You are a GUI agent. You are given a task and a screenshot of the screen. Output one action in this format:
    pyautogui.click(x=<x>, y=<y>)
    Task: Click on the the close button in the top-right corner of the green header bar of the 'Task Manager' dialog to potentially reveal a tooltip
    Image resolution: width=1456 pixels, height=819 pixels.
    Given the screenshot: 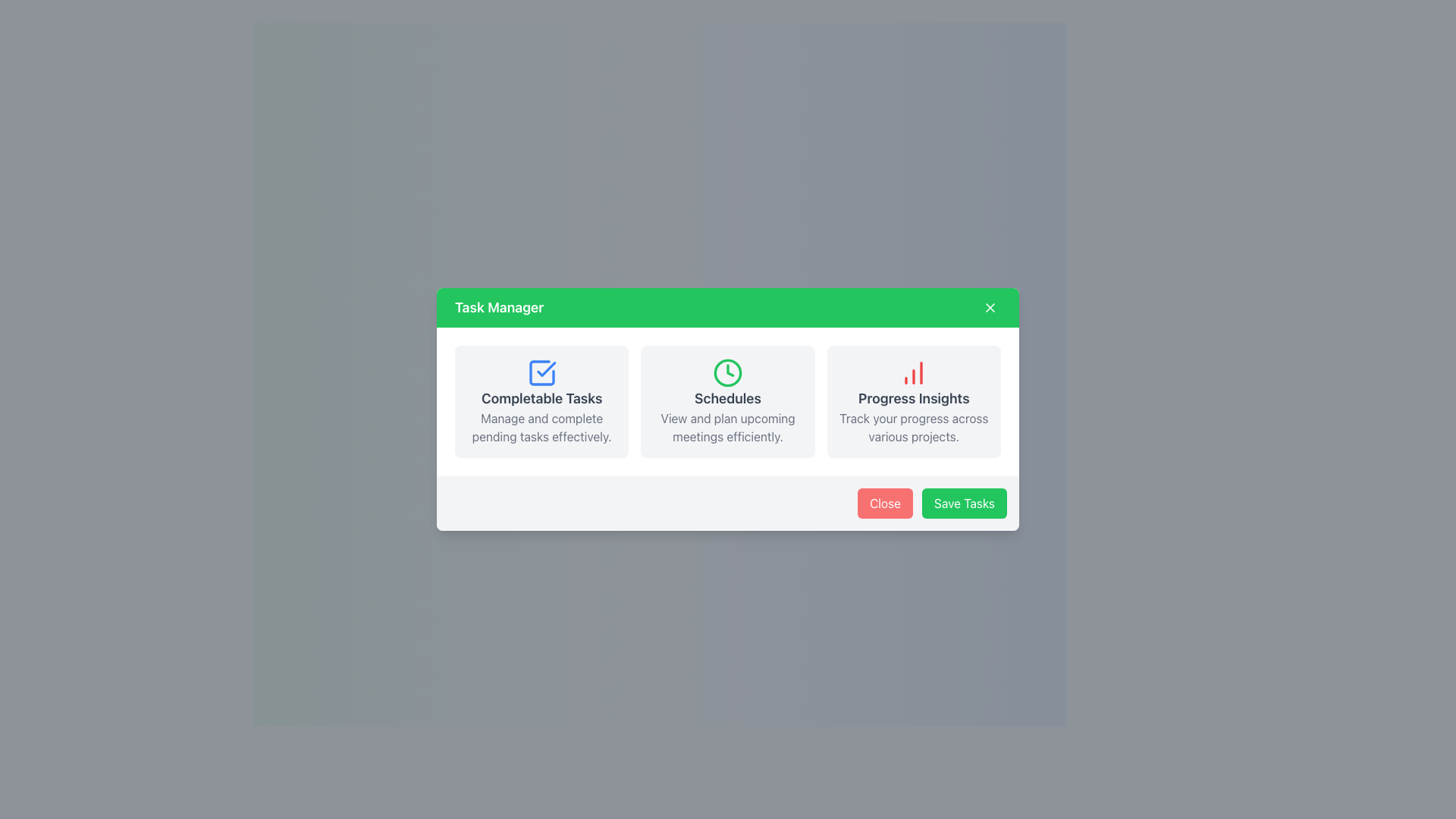 What is the action you would take?
    pyautogui.click(x=990, y=307)
    